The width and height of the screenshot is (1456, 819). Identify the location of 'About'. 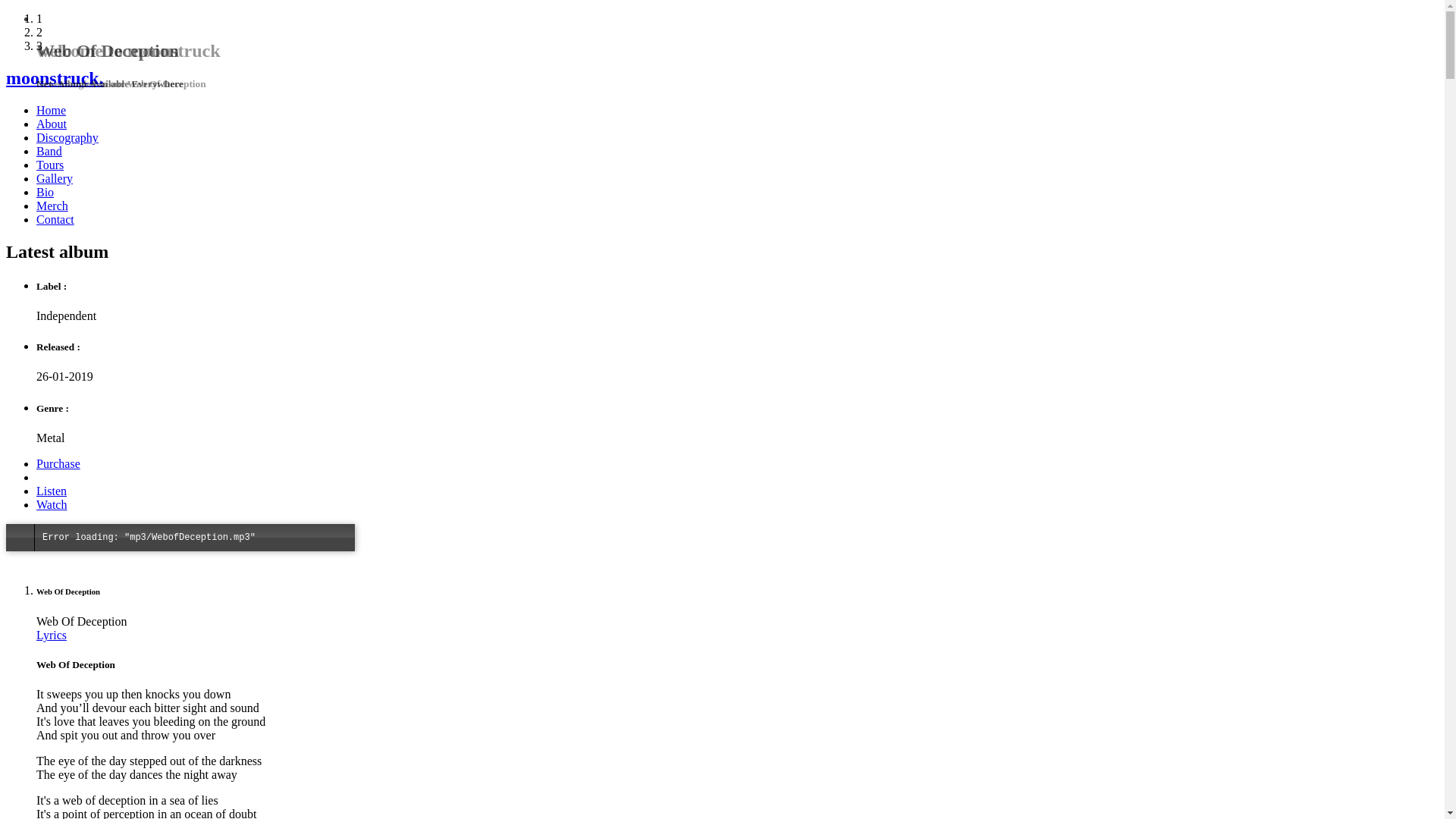
(51, 123).